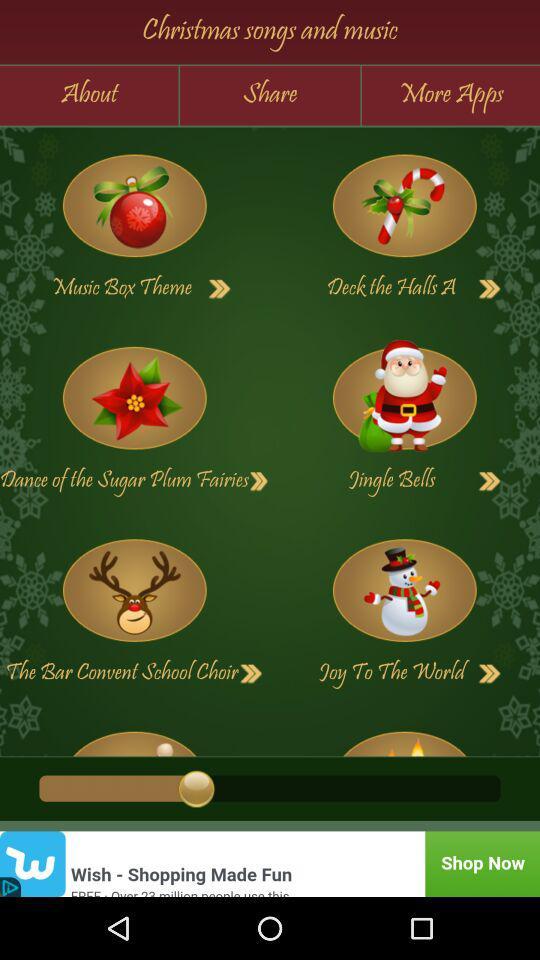 The height and width of the screenshot is (960, 540). I want to click on click character to play music, so click(134, 590).